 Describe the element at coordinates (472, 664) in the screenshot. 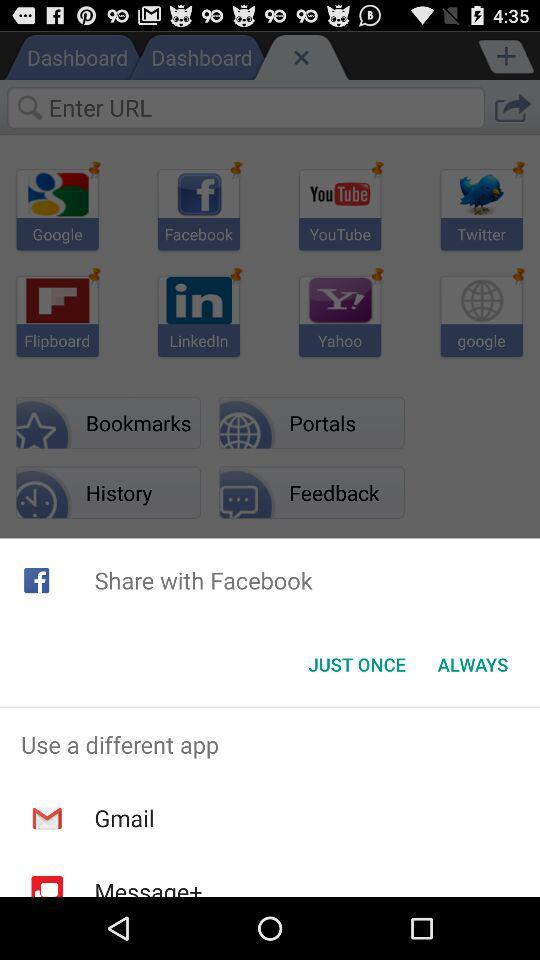

I see `the item below share with facebook item` at that location.